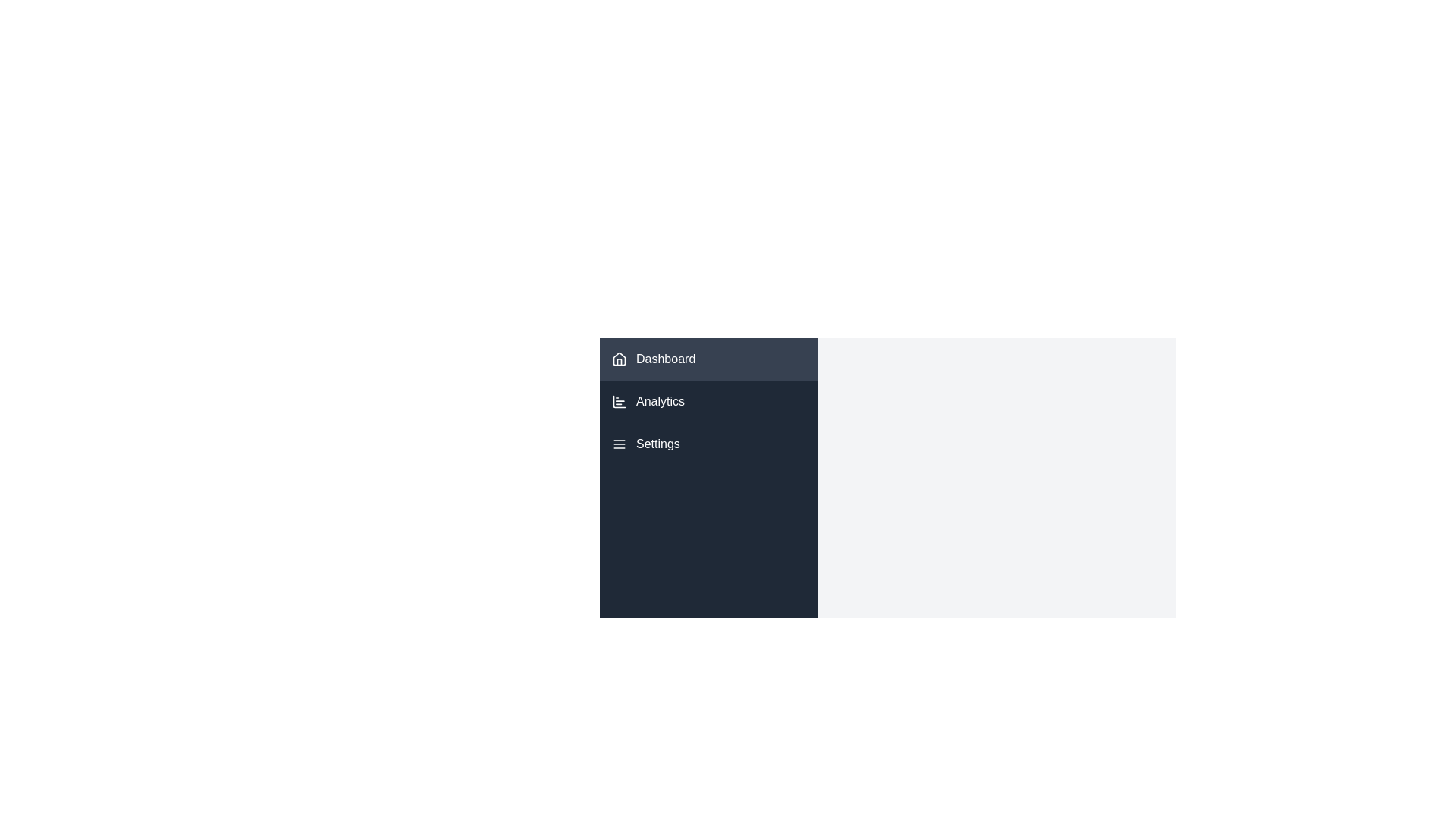  What do you see at coordinates (660, 400) in the screenshot?
I see `the 'Analytics' text label in the navigation menu` at bounding box center [660, 400].